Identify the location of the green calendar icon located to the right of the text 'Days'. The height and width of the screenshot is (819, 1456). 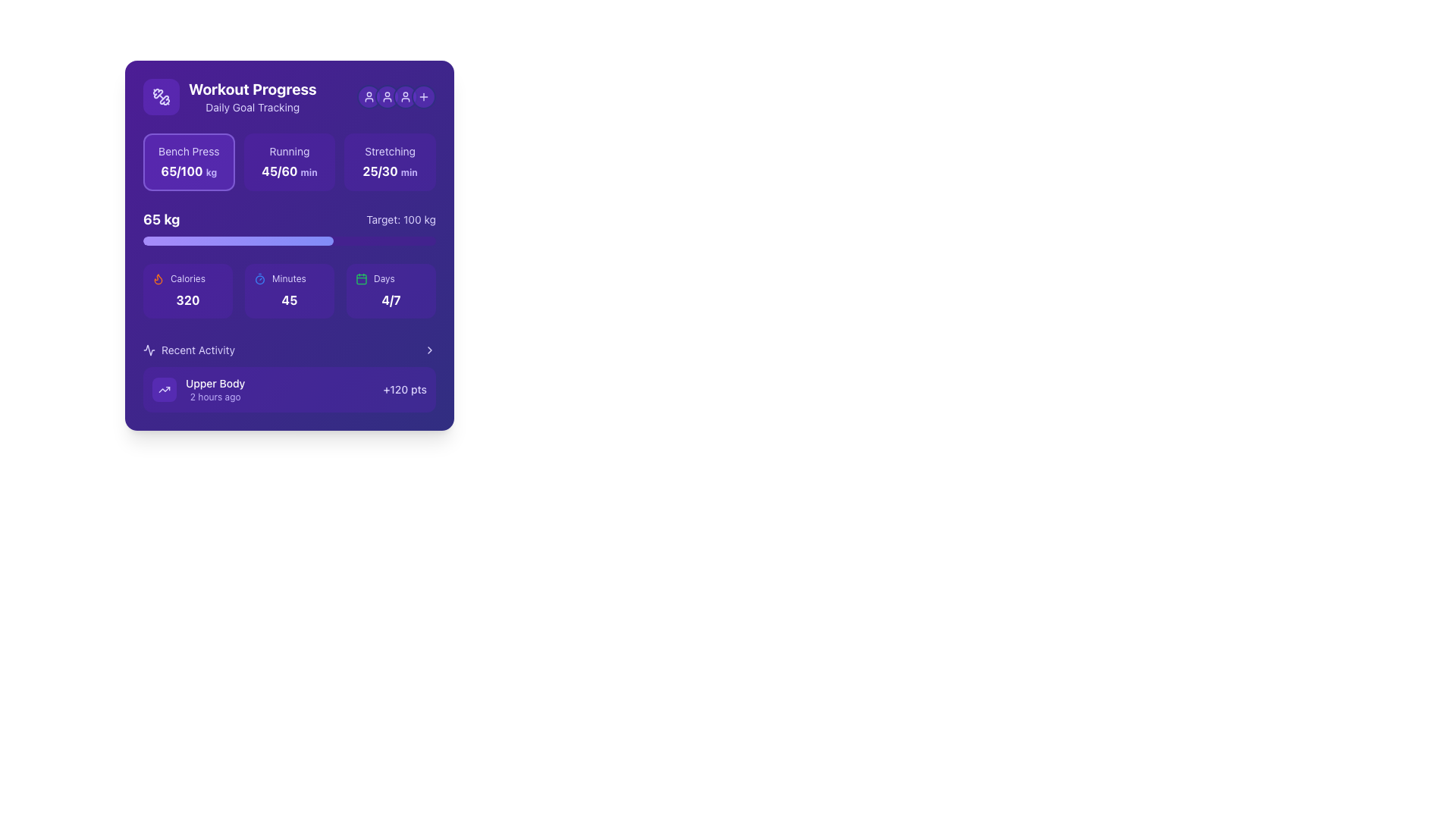
(360, 278).